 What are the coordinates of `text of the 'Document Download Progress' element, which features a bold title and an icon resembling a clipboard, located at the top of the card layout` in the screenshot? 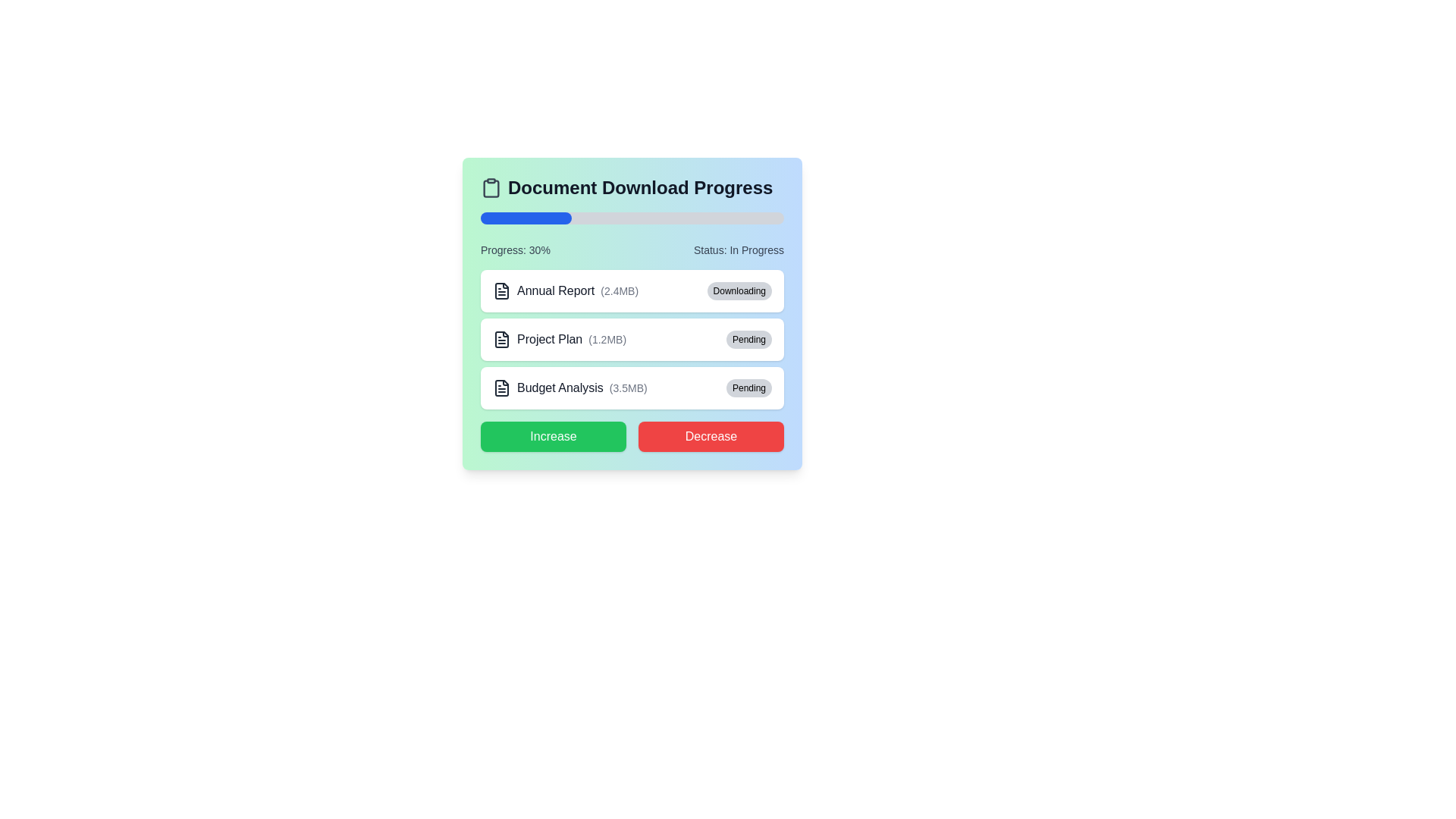 It's located at (632, 187).